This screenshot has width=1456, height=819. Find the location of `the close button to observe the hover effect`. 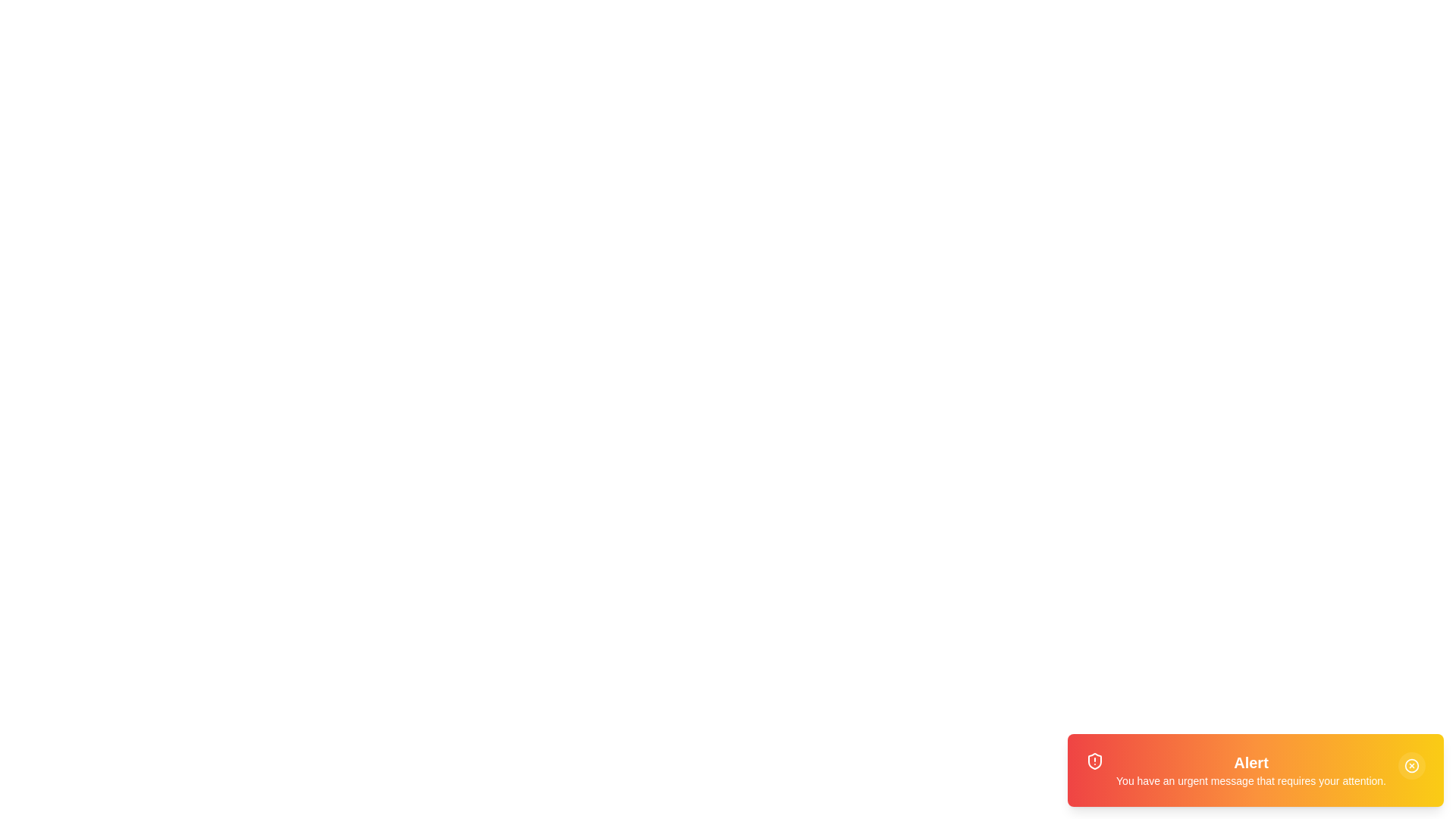

the close button to observe the hover effect is located at coordinates (1411, 766).